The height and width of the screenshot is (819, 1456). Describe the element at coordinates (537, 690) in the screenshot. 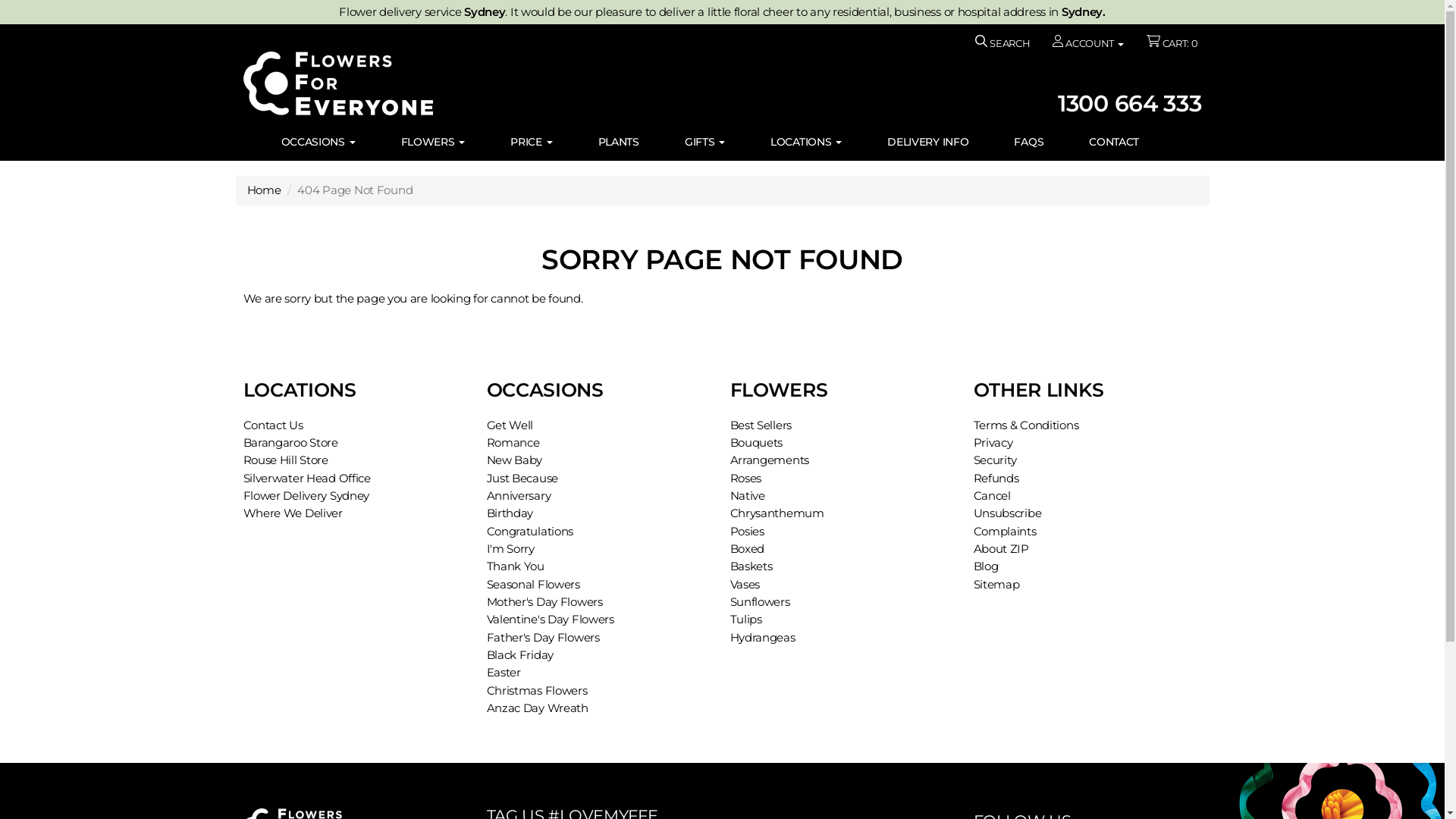

I see `'Christmas Flowers'` at that location.